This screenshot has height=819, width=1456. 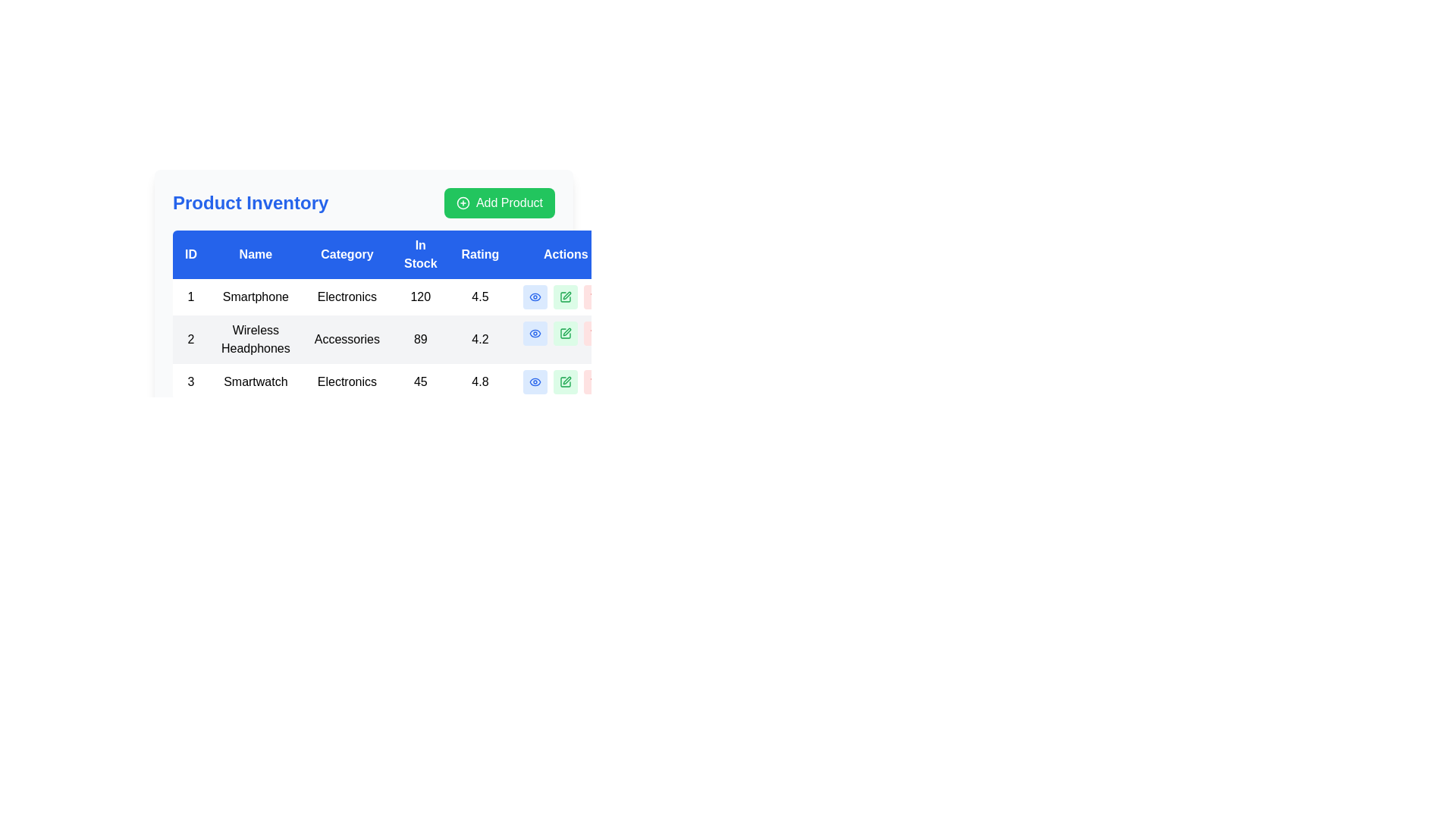 What do you see at coordinates (595, 381) in the screenshot?
I see `the delete button associated with the 'Smartwatch' product entry in the last row of the 'Actions' column to observe the hover effect` at bounding box center [595, 381].